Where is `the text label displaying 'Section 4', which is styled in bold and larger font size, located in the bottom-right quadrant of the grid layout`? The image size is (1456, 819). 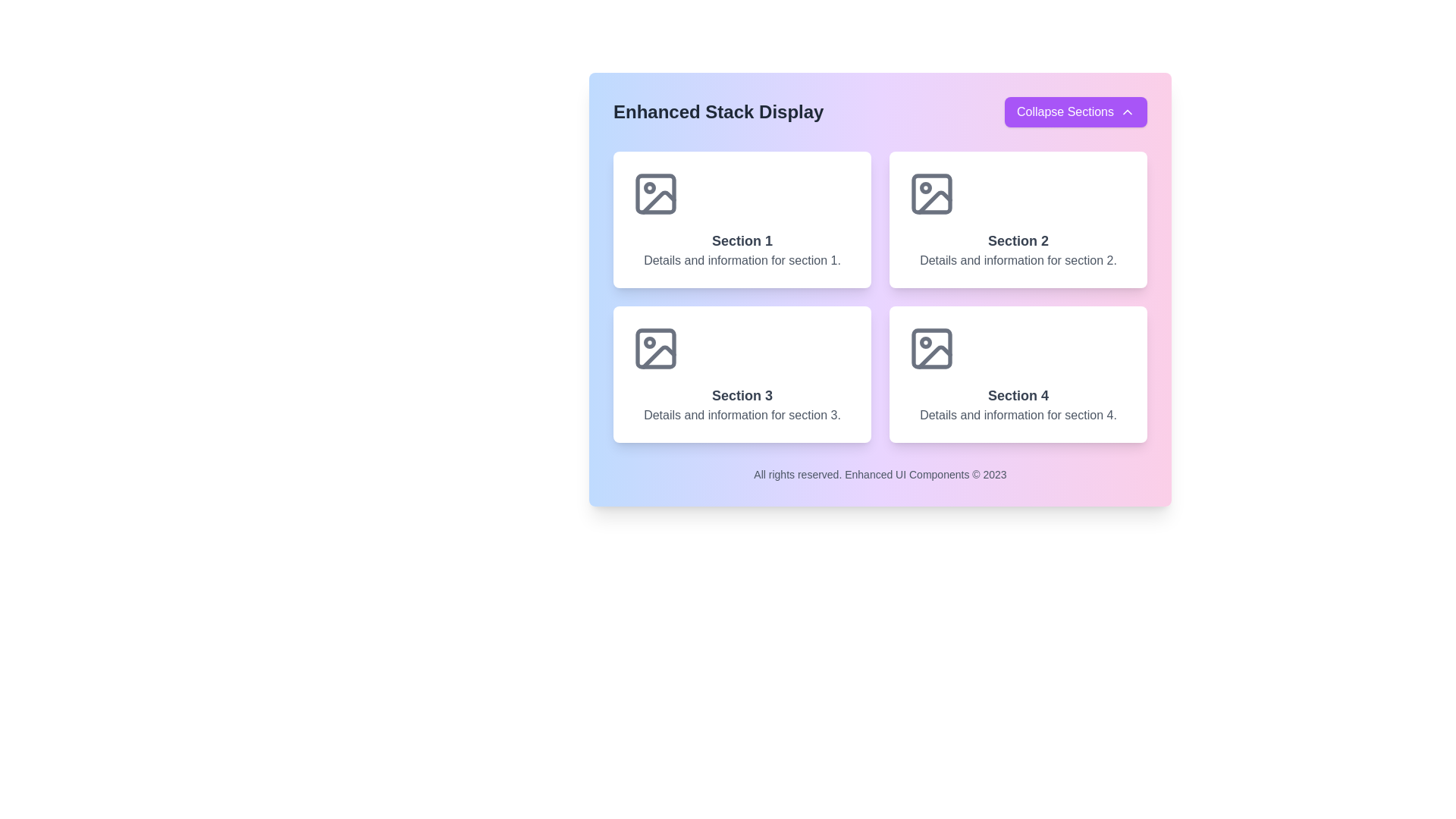
the text label displaying 'Section 4', which is styled in bold and larger font size, located in the bottom-right quadrant of the grid layout is located at coordinates (1018, 394).